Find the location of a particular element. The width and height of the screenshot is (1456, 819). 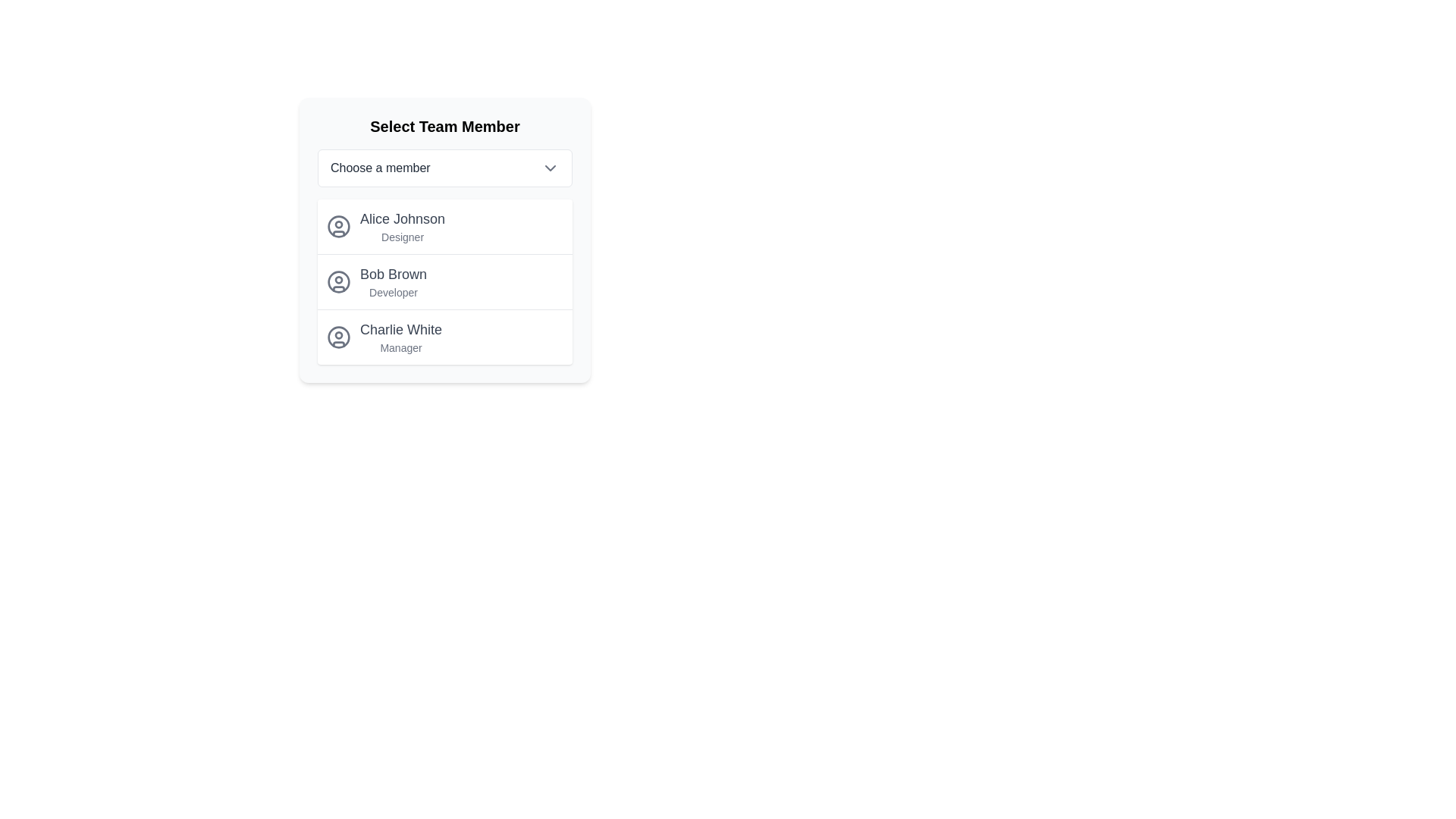

the text label displaying the name of the team member, which is the third item in the 'Select Team Member' list and is labeled 'Manager' is located at coordinates (400, 329).